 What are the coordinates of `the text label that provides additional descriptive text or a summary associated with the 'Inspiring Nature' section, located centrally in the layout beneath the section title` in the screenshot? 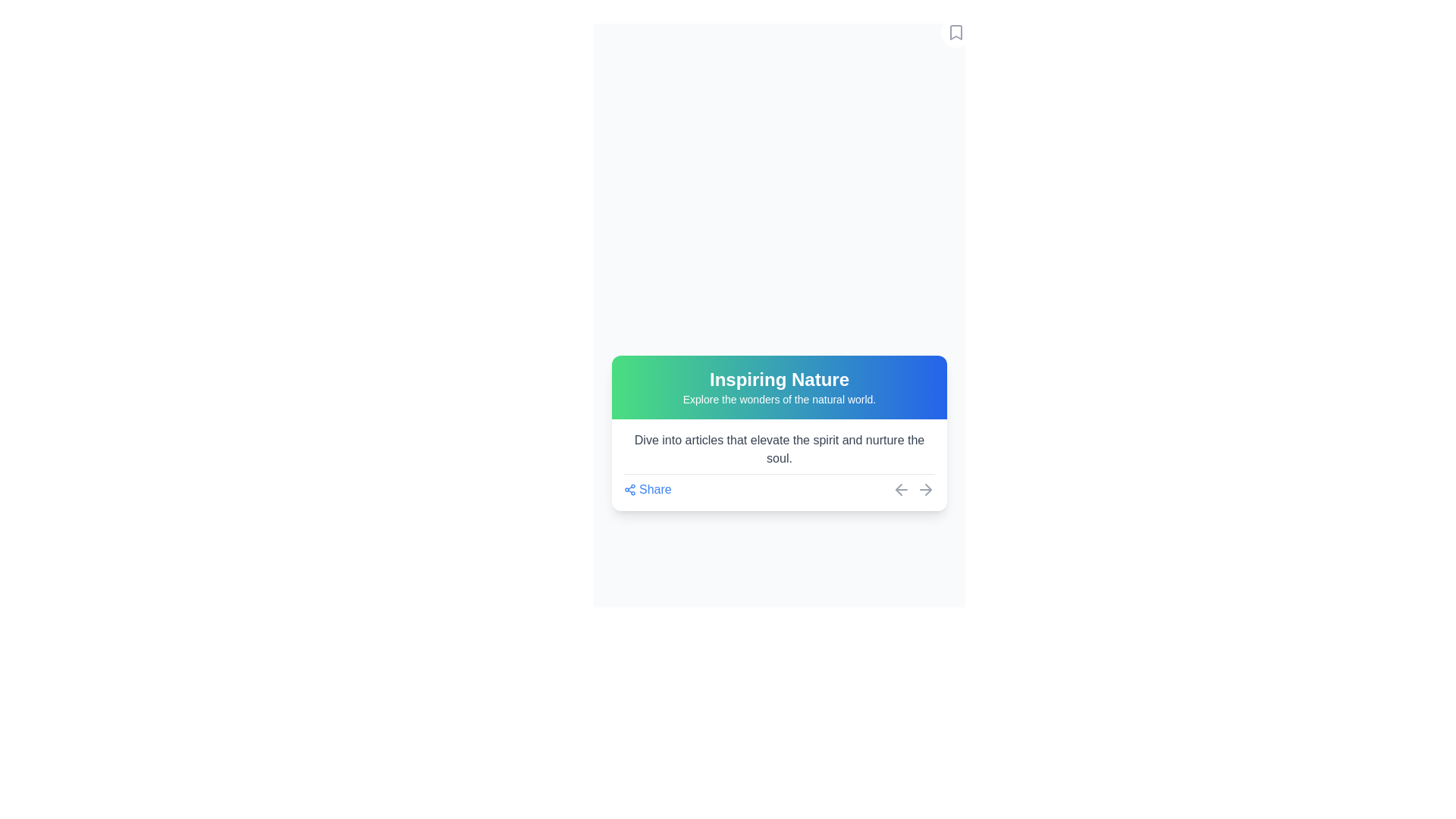 It's located at (779, 448).